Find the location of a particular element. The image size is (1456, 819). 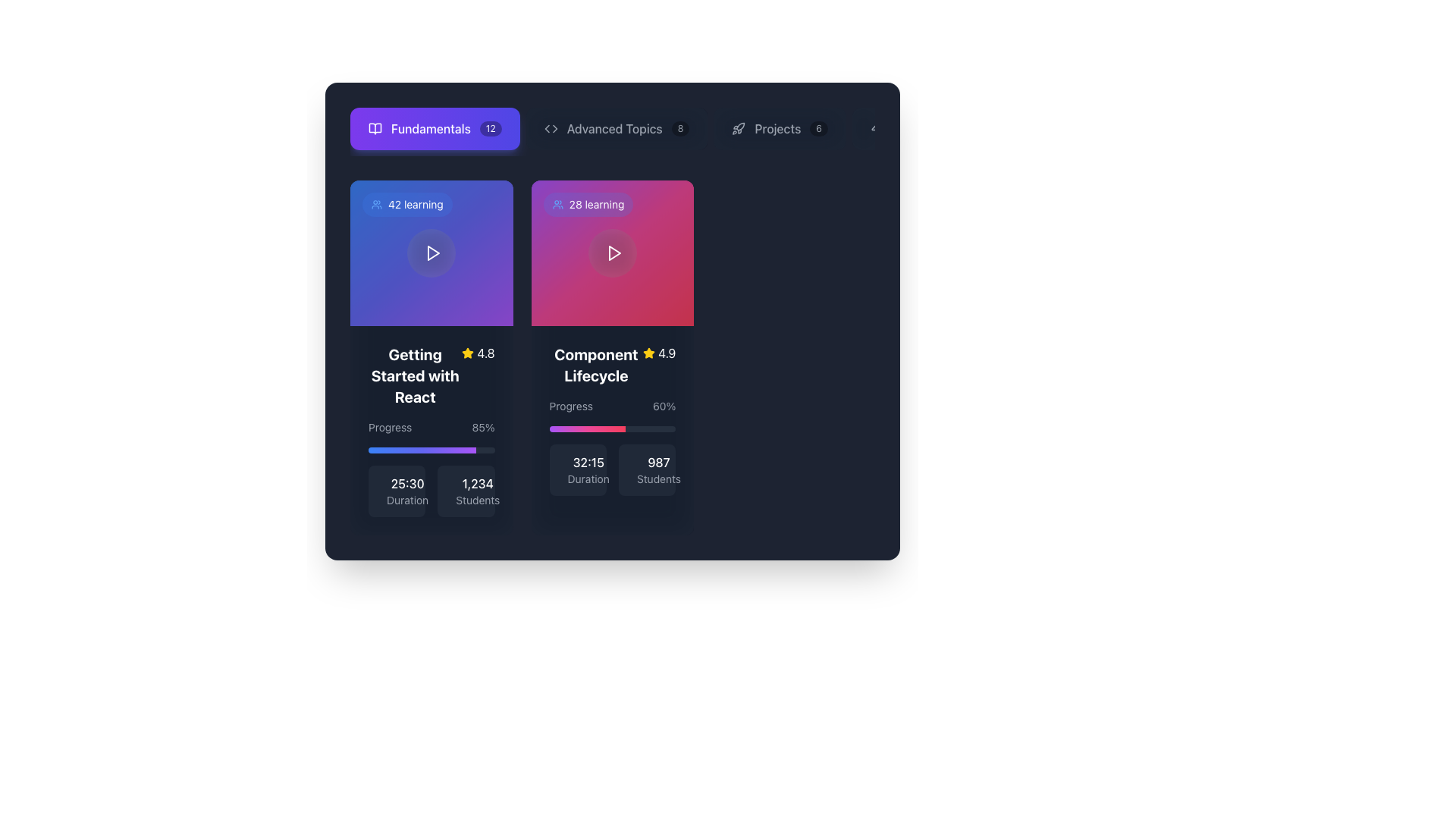

the circular button with a frosted glass effect, white border, and triangular play icon located in the left card above the text 'Getting Started with React' to play content is located at coordinates (431, 253).